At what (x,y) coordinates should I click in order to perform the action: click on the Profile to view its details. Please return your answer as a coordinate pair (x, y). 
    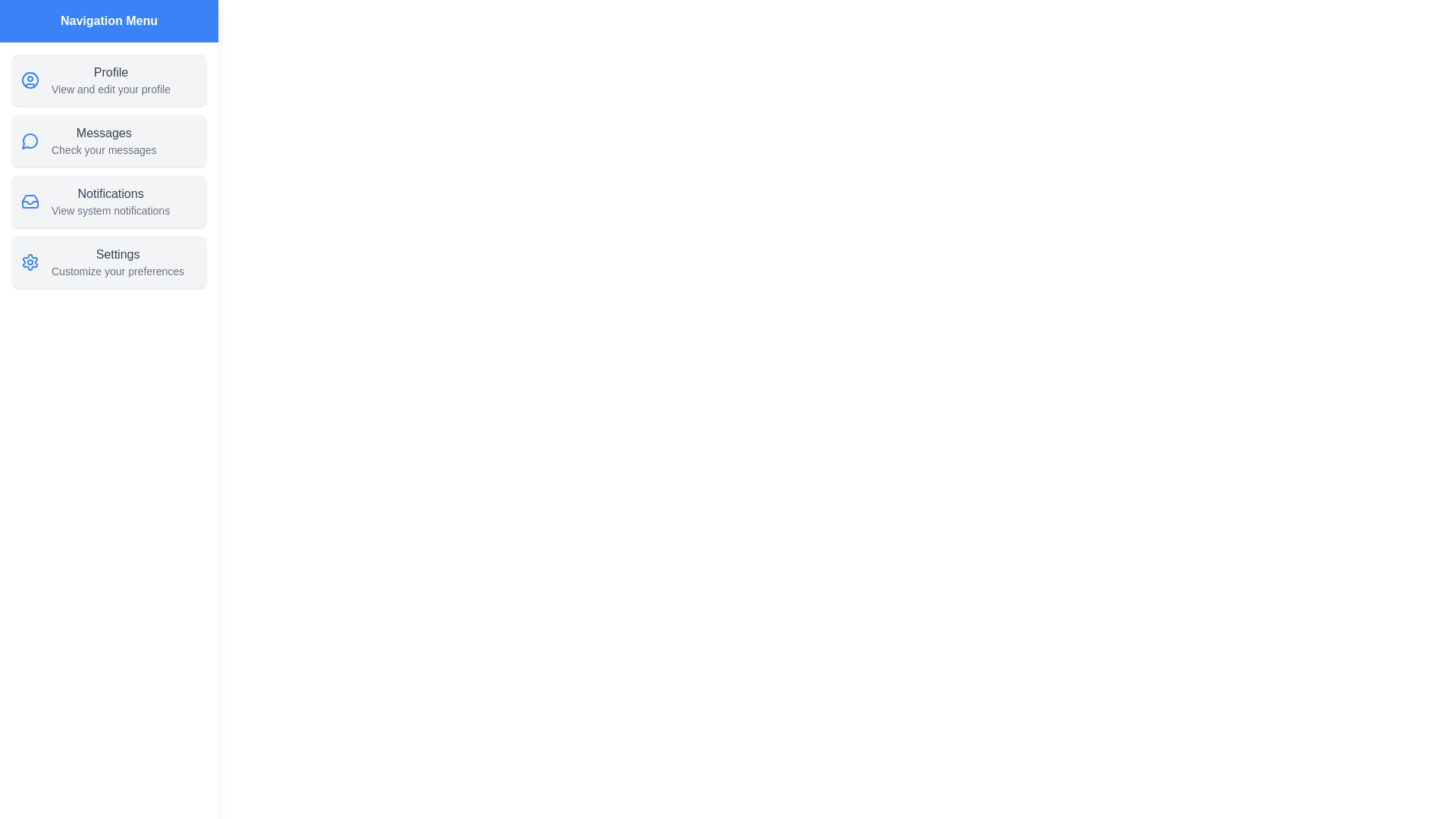
    Looking at the image, I should click on (108, 80).